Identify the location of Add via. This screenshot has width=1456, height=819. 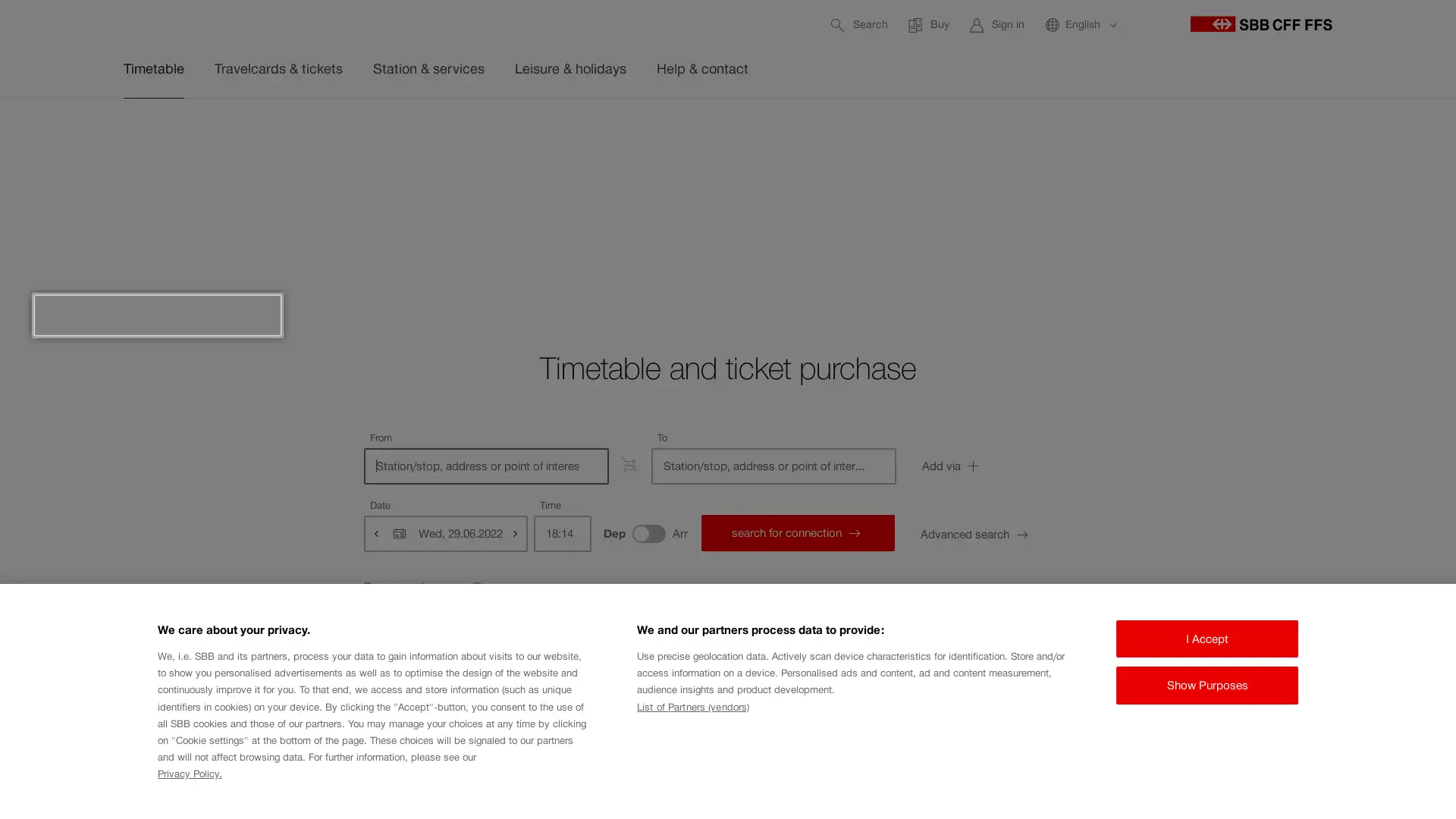
(990, 465).